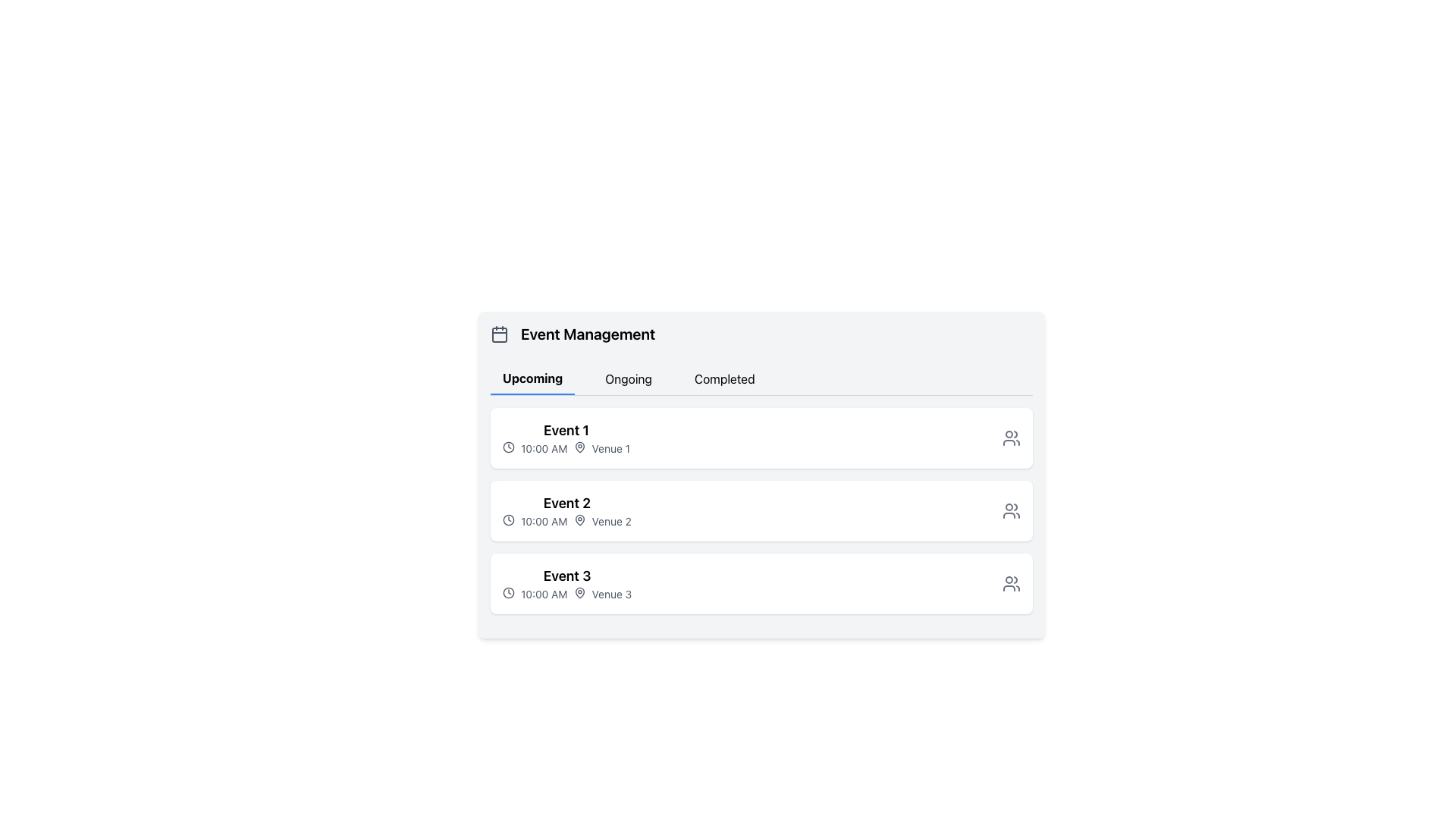 The height and width of the screenshot is (819, 1456). What do you see at coordinates (532, 378) in the screenshot?
I see `the first tab in the navigation bar` at bounding box center [532, 378].